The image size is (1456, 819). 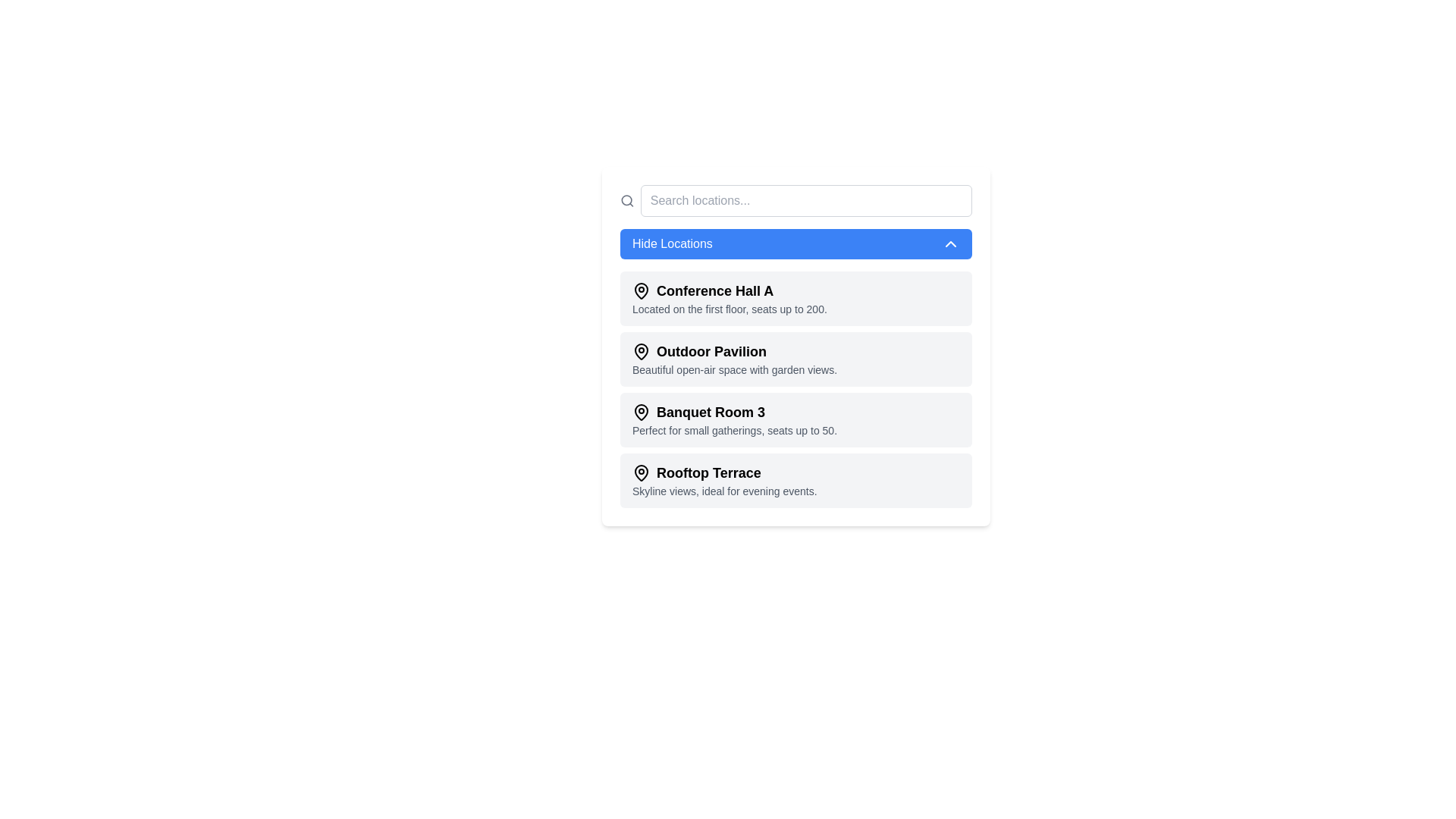 I want to click on descriptive text component located below the title 'Rooftop Terrace', which mentions 'Skyline views, ideal for evening events.', so click(x=723, y=491).